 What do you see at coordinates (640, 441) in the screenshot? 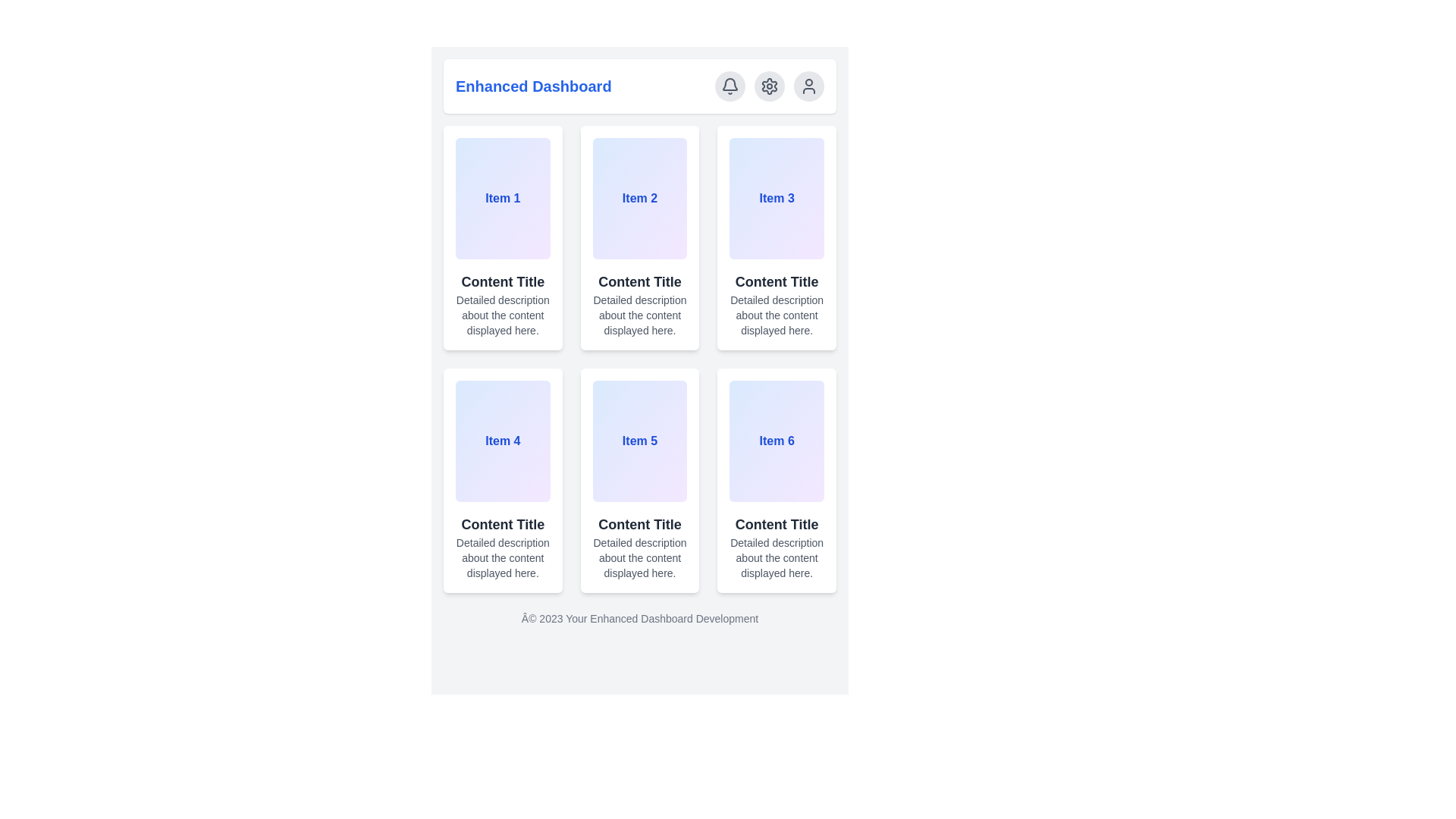
I see `the text label 'Item 5' styled in bold blue font, located in the middle column of the second row of grid elements on the dashboard` at bounding box center [640, 441].